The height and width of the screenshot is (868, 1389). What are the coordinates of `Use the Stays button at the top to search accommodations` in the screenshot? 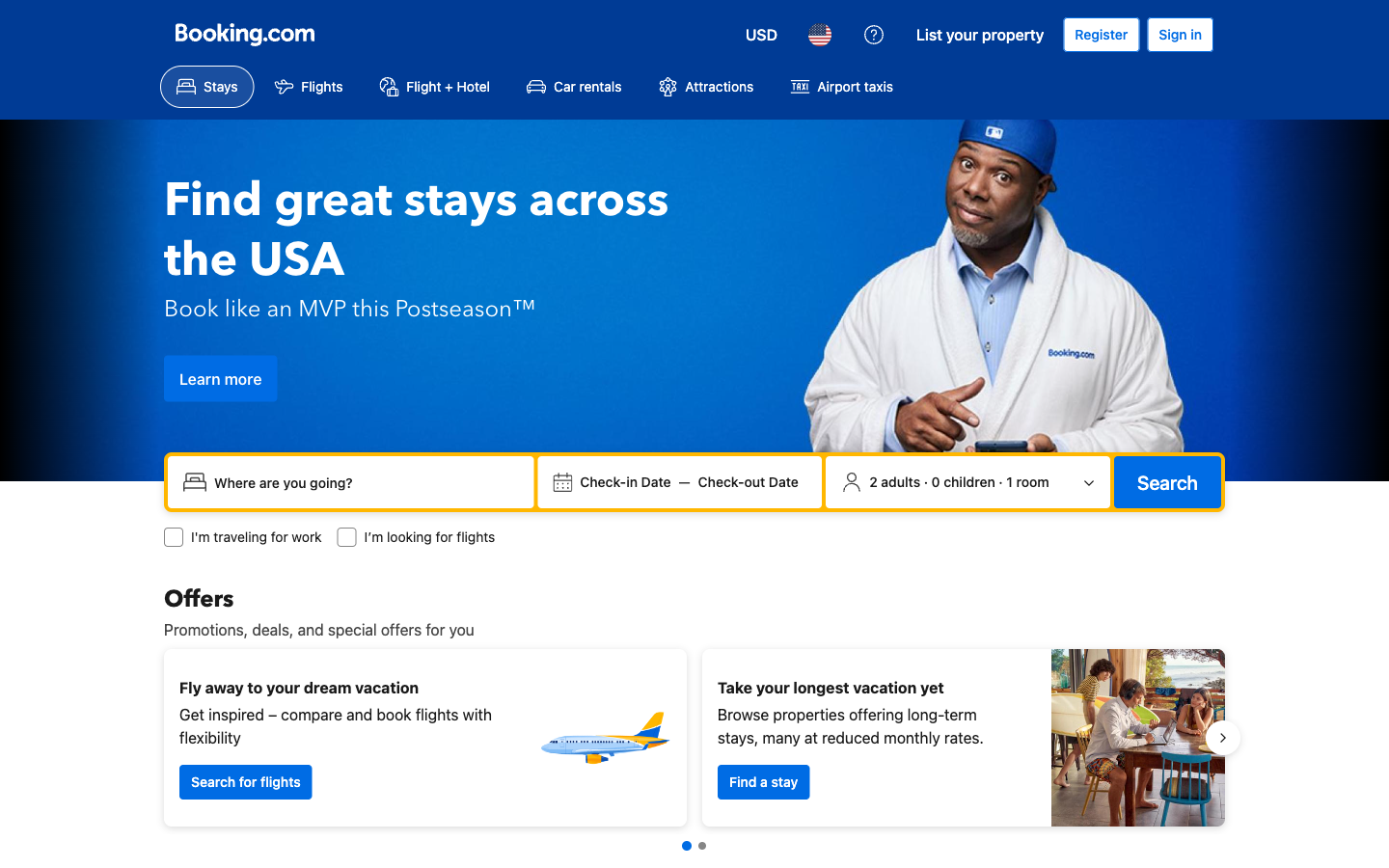 It's located at (206, 86).